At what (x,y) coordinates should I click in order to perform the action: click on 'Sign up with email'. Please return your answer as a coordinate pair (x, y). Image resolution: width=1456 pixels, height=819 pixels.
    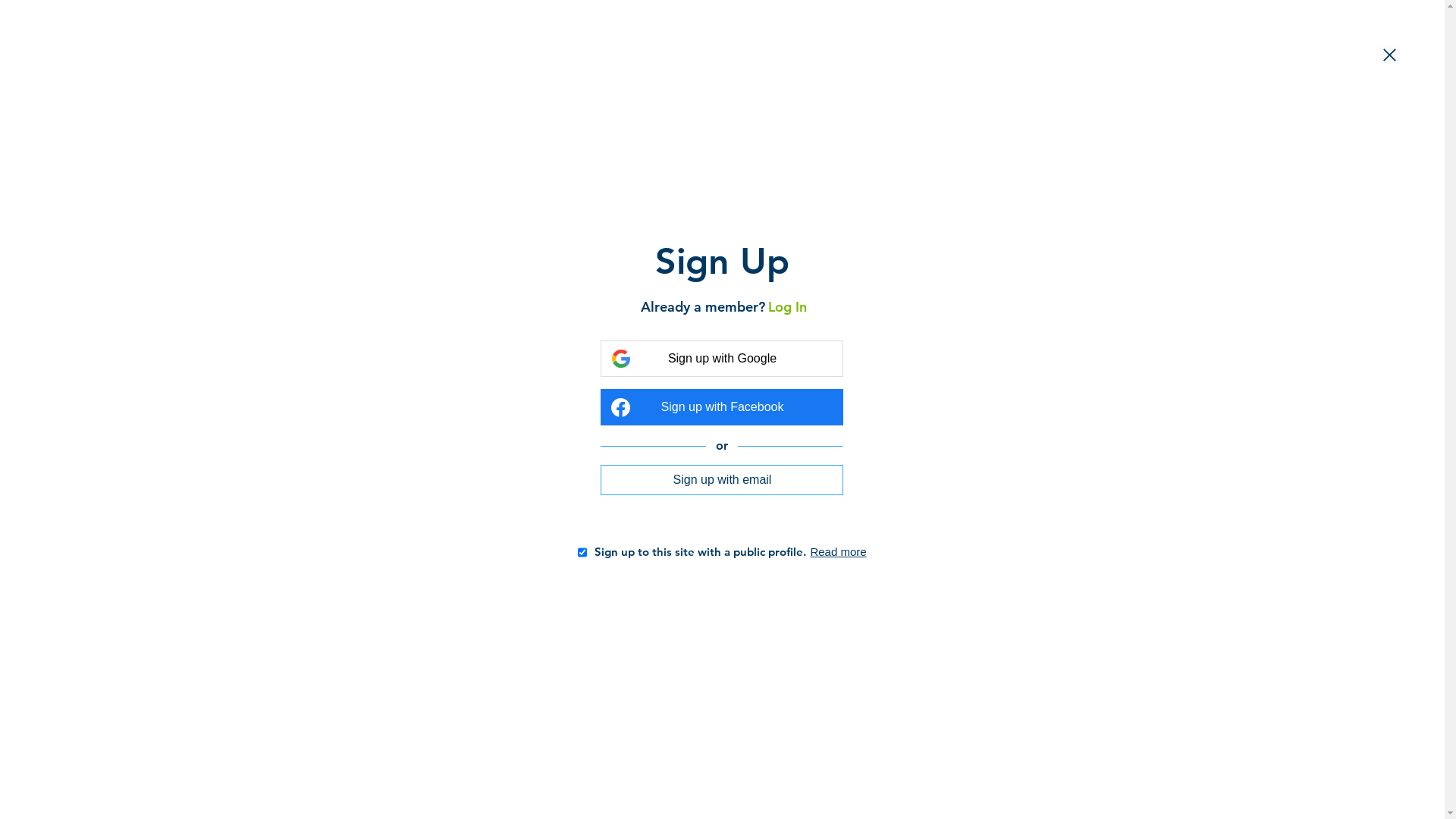
    Looking at the image, I should click on (720, 479).